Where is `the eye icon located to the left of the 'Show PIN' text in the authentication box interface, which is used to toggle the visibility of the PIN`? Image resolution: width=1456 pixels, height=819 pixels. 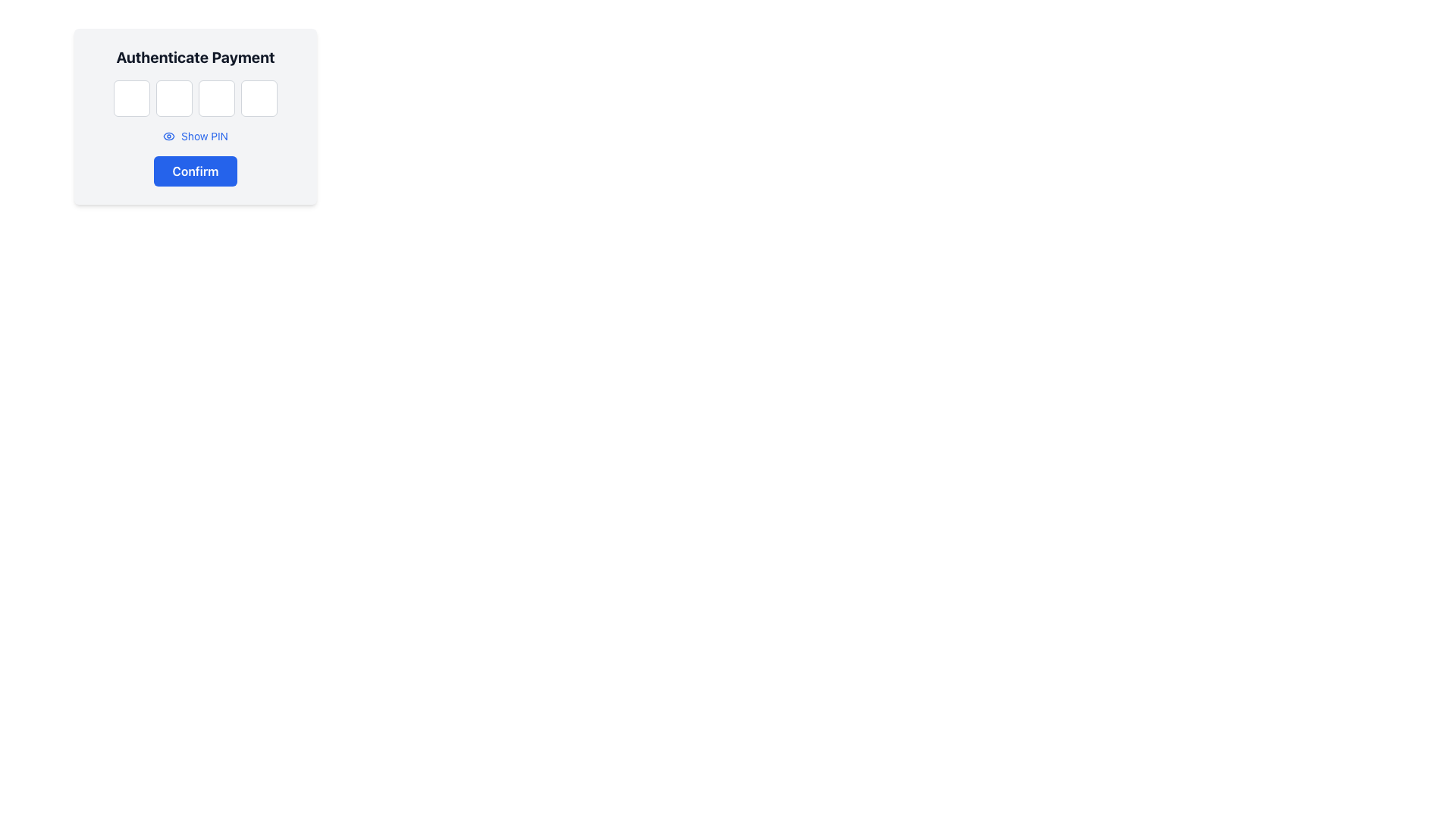 the eye icon located to the left of the 'Show PIN' text in the authentication box interface, which is used to toggle the visibility of the PIN is located at coordinates (169, 136).